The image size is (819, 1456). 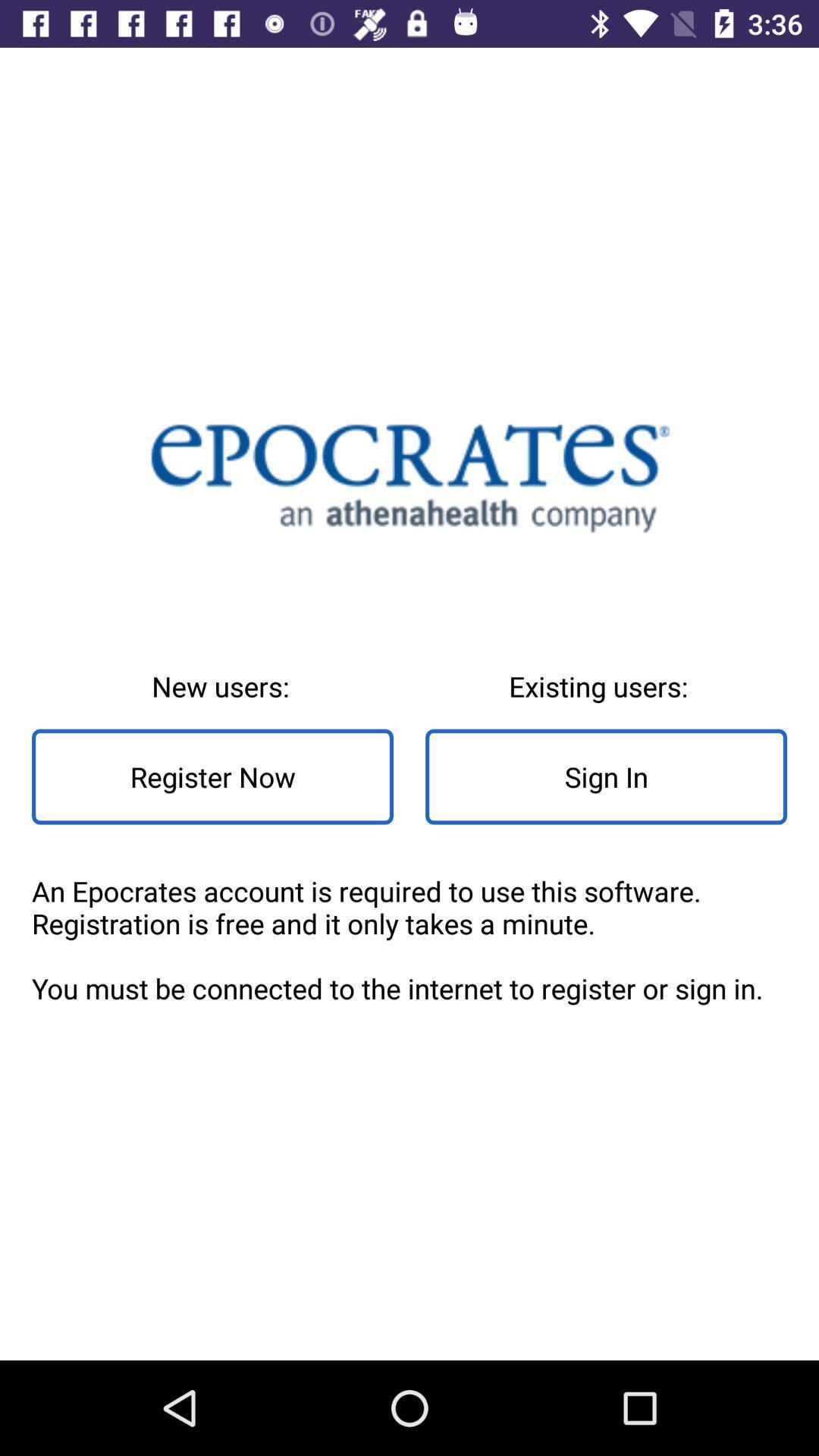 I want to click on the item below existing users: item, so click(x=605, y=777).